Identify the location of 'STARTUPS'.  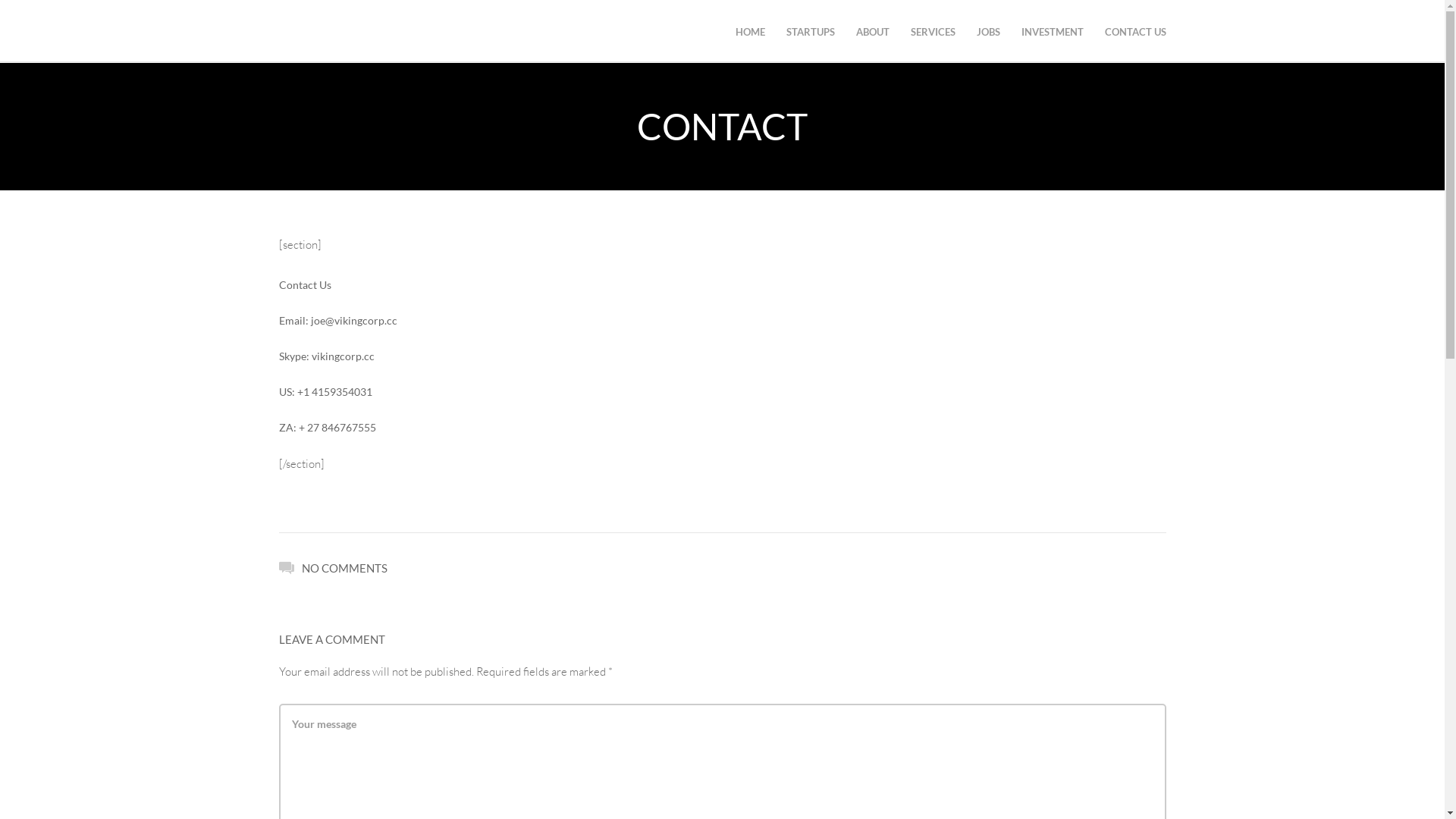
(786, 32).